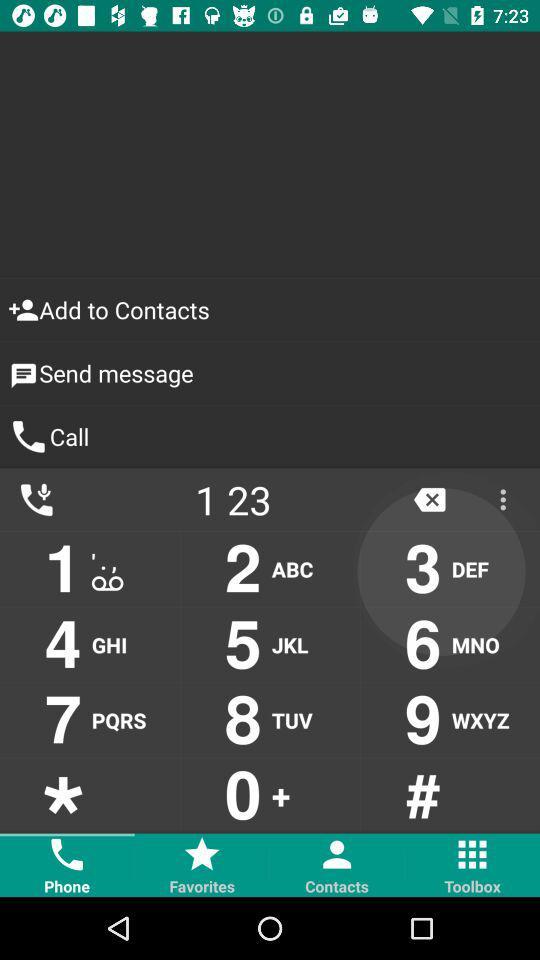 Image resolution: width=540 pixels, height=960 pixels. Describe the element at coordinates (270, 310) in the screenshot. I see `add to contacts` at that location.